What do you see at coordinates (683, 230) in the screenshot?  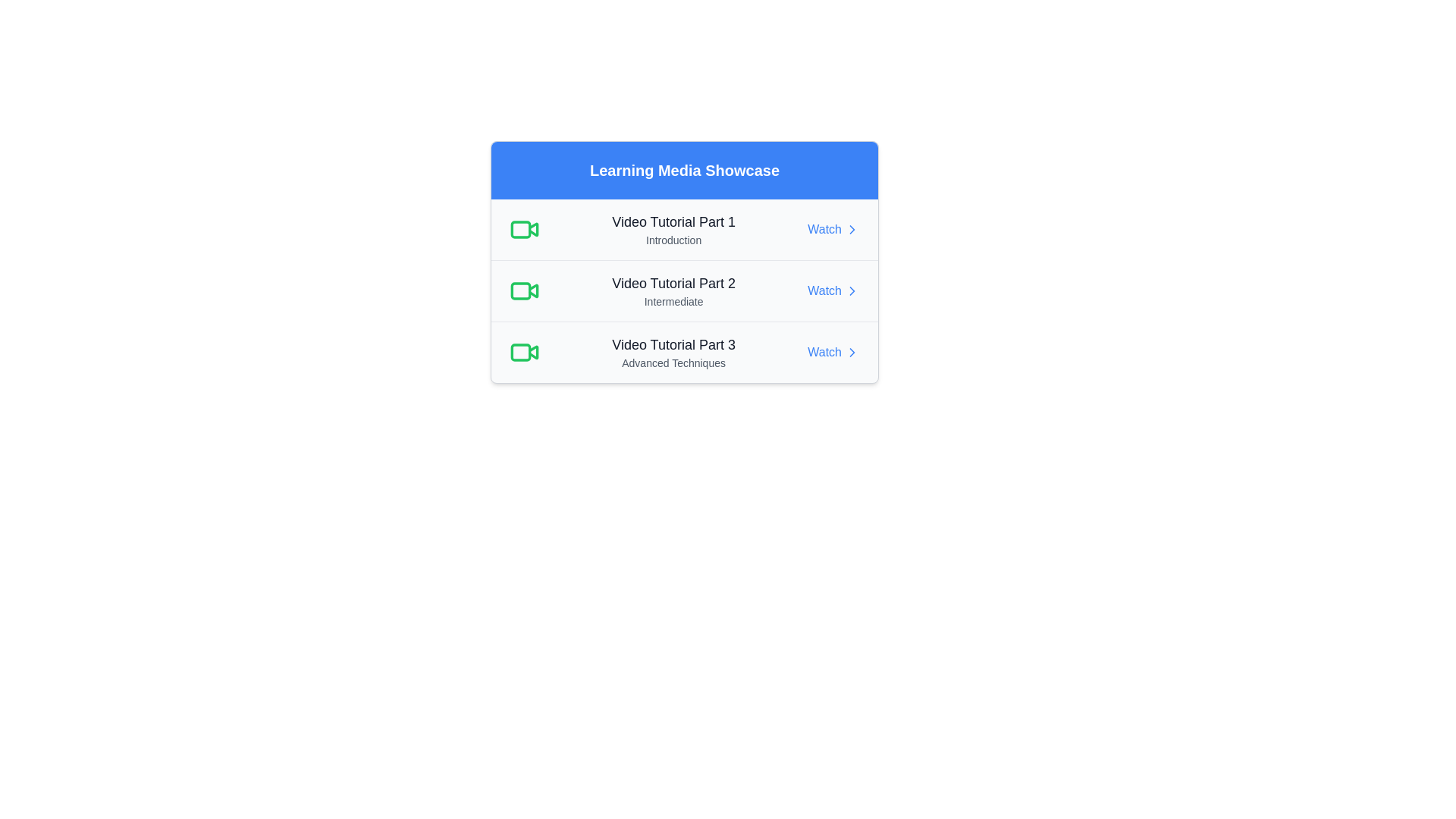 I see `text content of the first video tutorial entry in the 'Learning Media Showcase' card` at bounding box center [683, 230].